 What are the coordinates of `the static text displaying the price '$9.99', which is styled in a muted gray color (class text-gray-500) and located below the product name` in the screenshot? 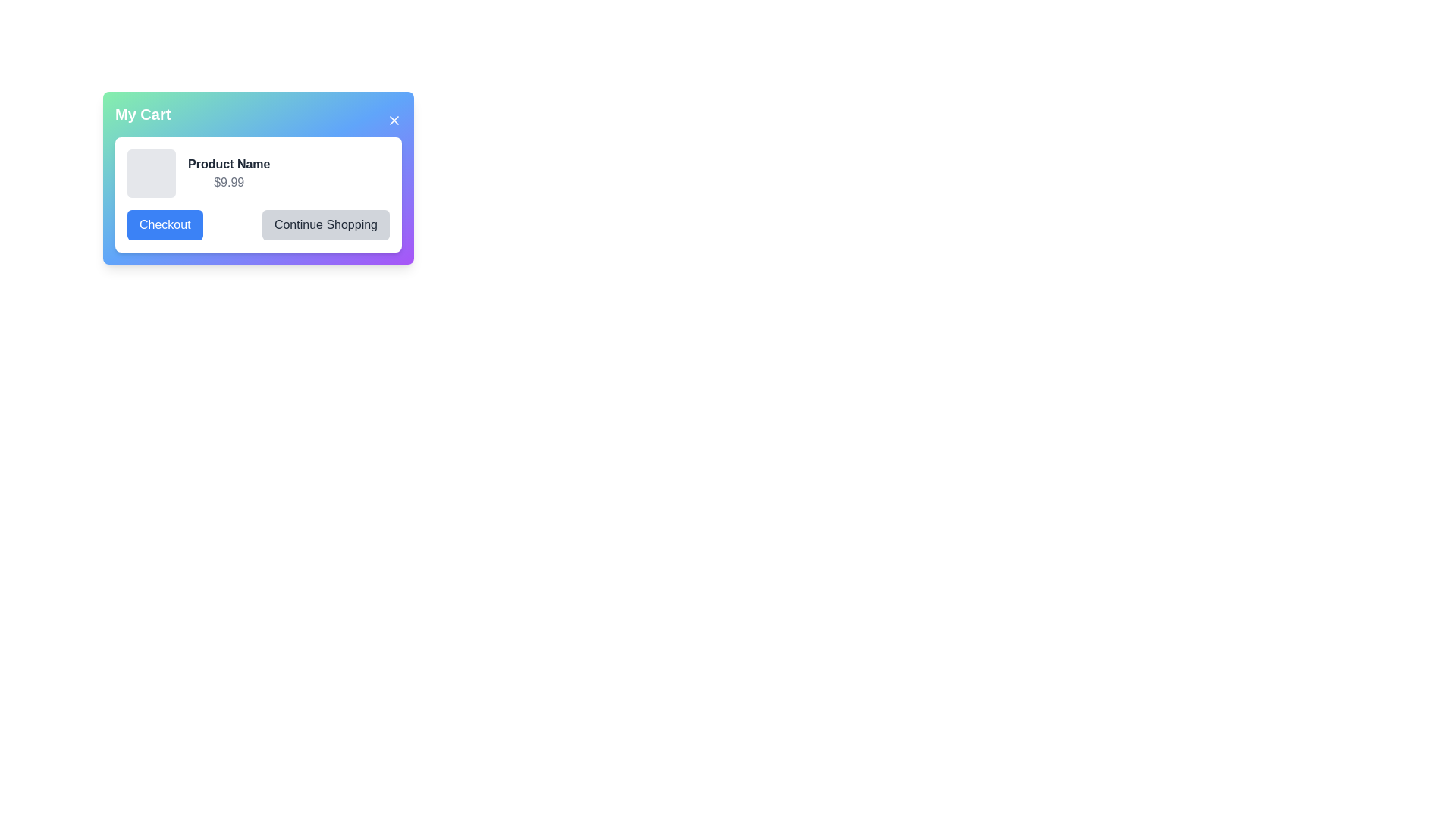 It's located at (228, 181).